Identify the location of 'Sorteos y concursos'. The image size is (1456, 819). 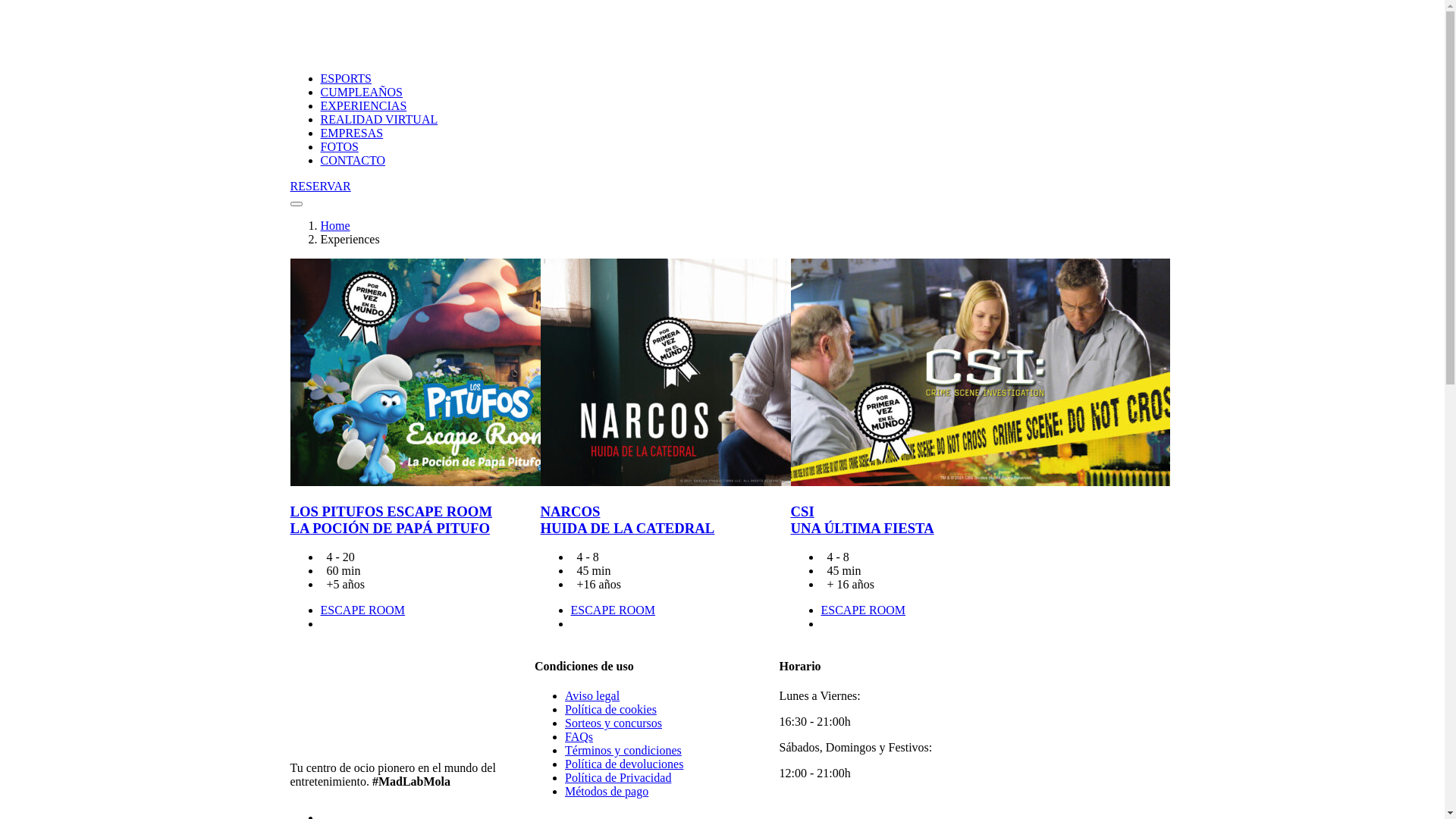
(613, 722).